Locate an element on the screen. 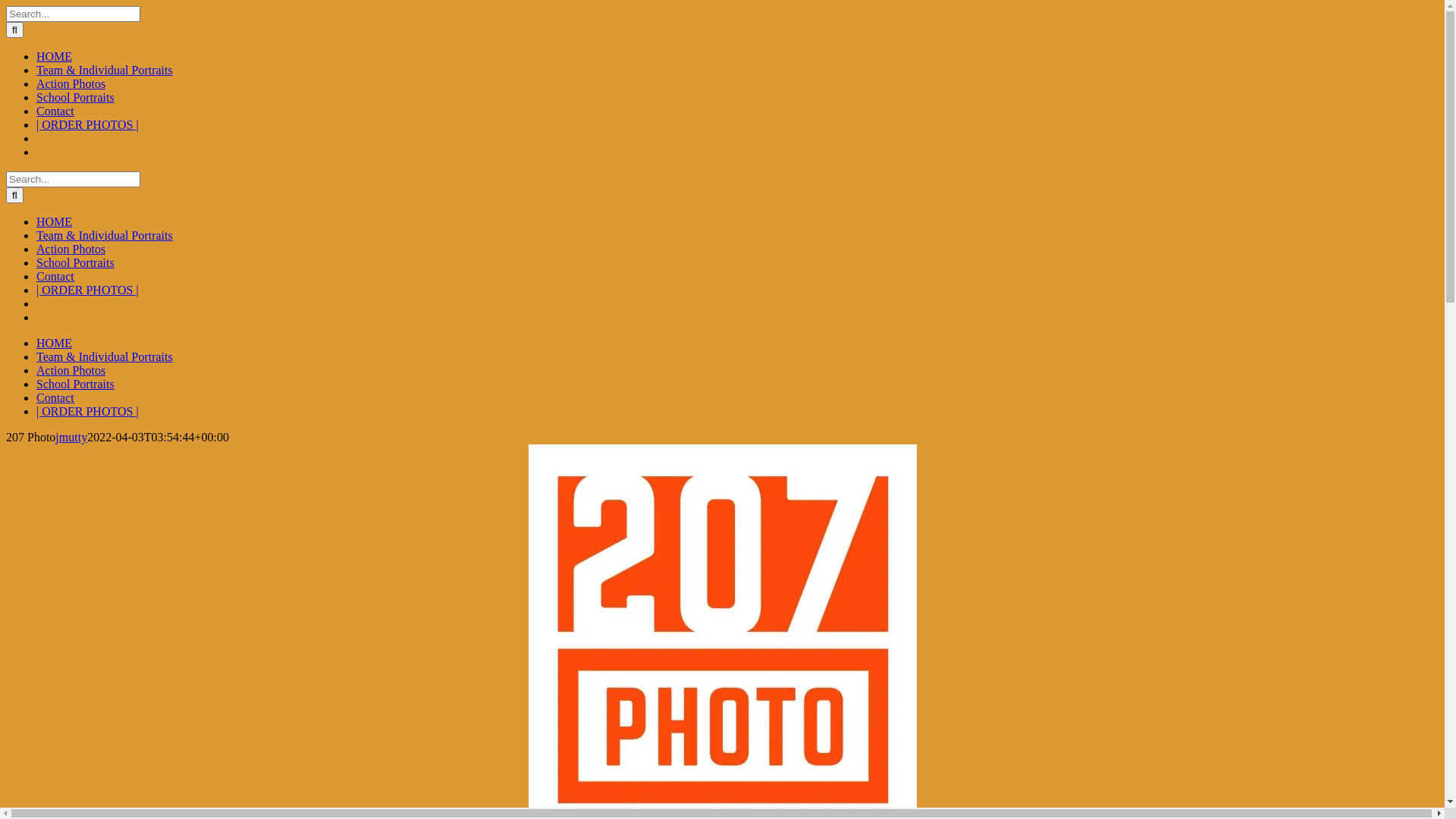 This screenshot has height=819, width=1456. 'Action Photos' is located at coordinates (36, 370).